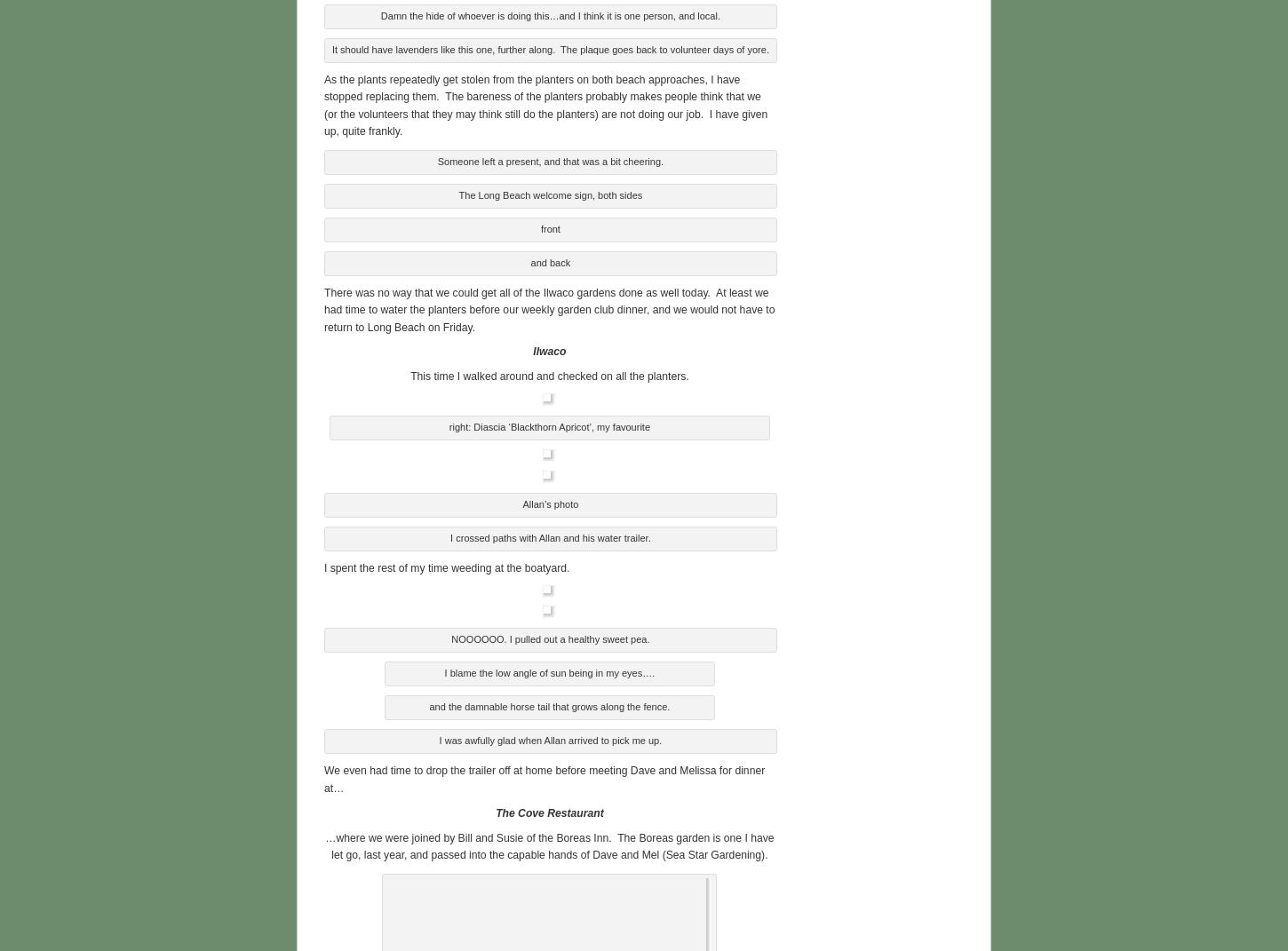  What do you see at coordinates (548, 350) in the screenshot?
I see `'Ilwaco'` at bounding box center [548, 350].